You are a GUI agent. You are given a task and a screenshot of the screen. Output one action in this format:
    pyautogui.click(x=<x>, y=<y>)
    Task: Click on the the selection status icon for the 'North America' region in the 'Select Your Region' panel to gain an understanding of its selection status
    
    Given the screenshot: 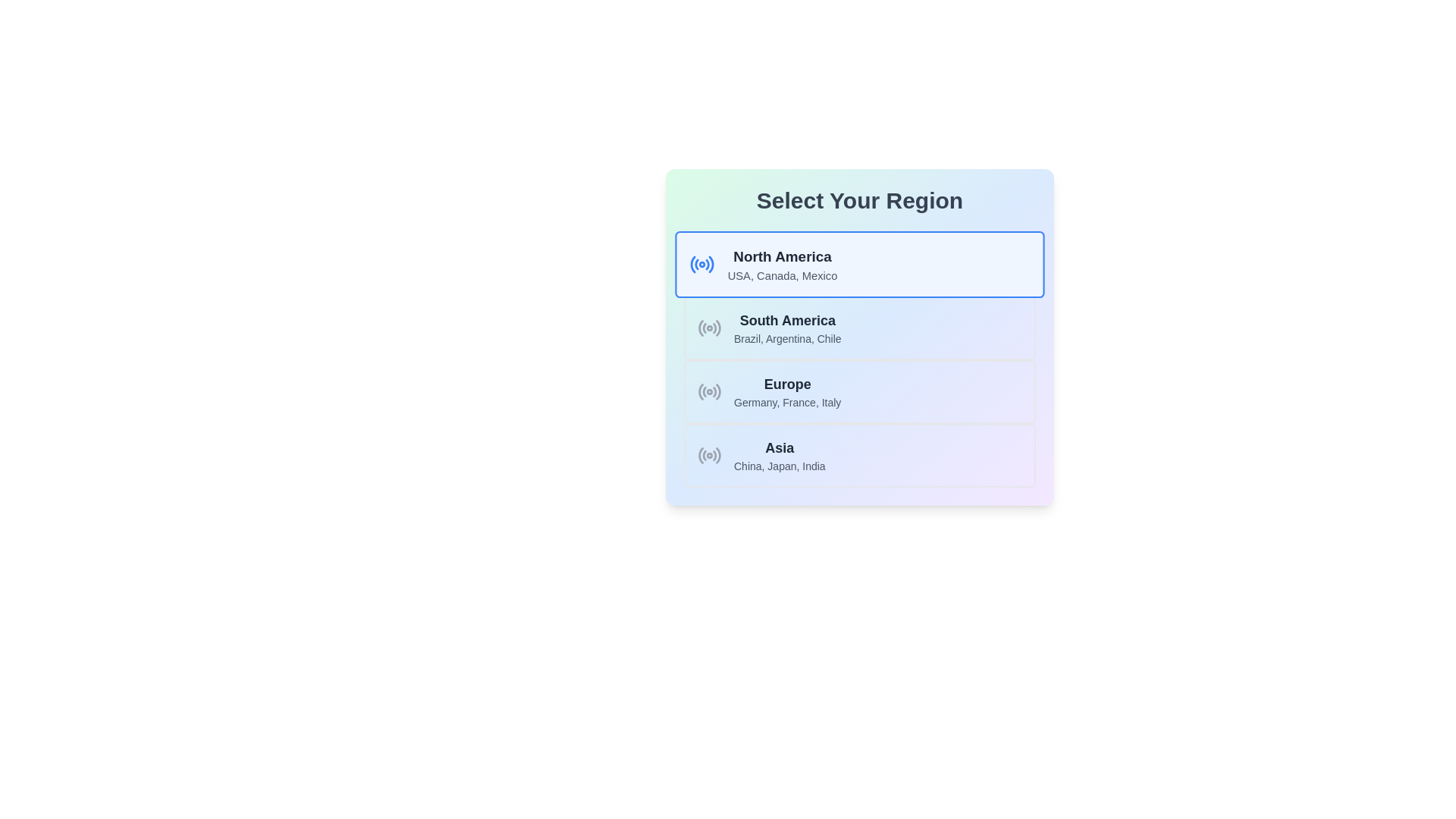 What is the action you would take?
    pyautogui.click(x=701, y=263)
    